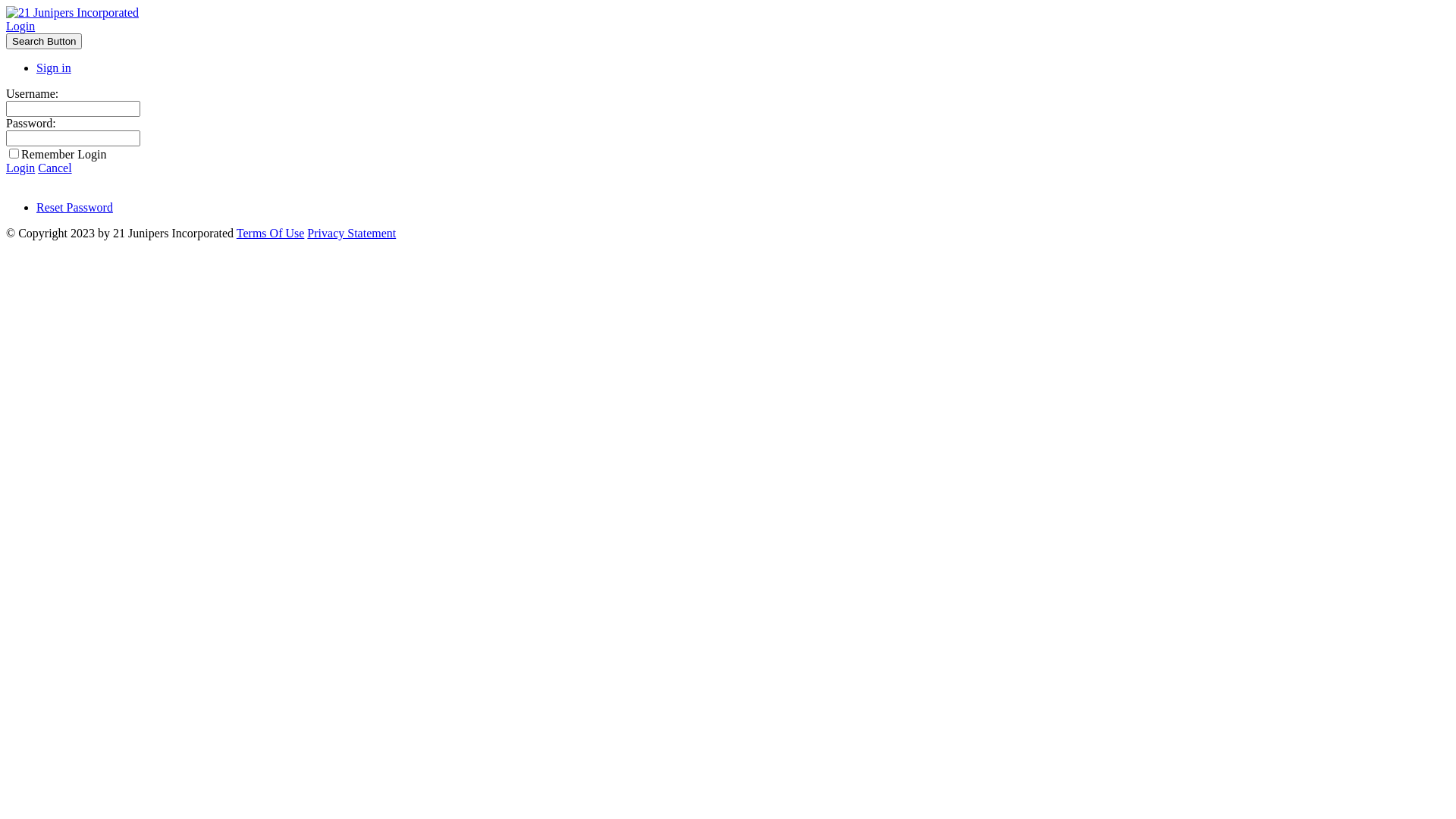 Image resolution: width=1456 pixels, height=819 pixels. What do you see at coordinates (71, 12) in the screenshot?
I see `'21 Junipers Incorporated'` at bounding box center [71, 12].